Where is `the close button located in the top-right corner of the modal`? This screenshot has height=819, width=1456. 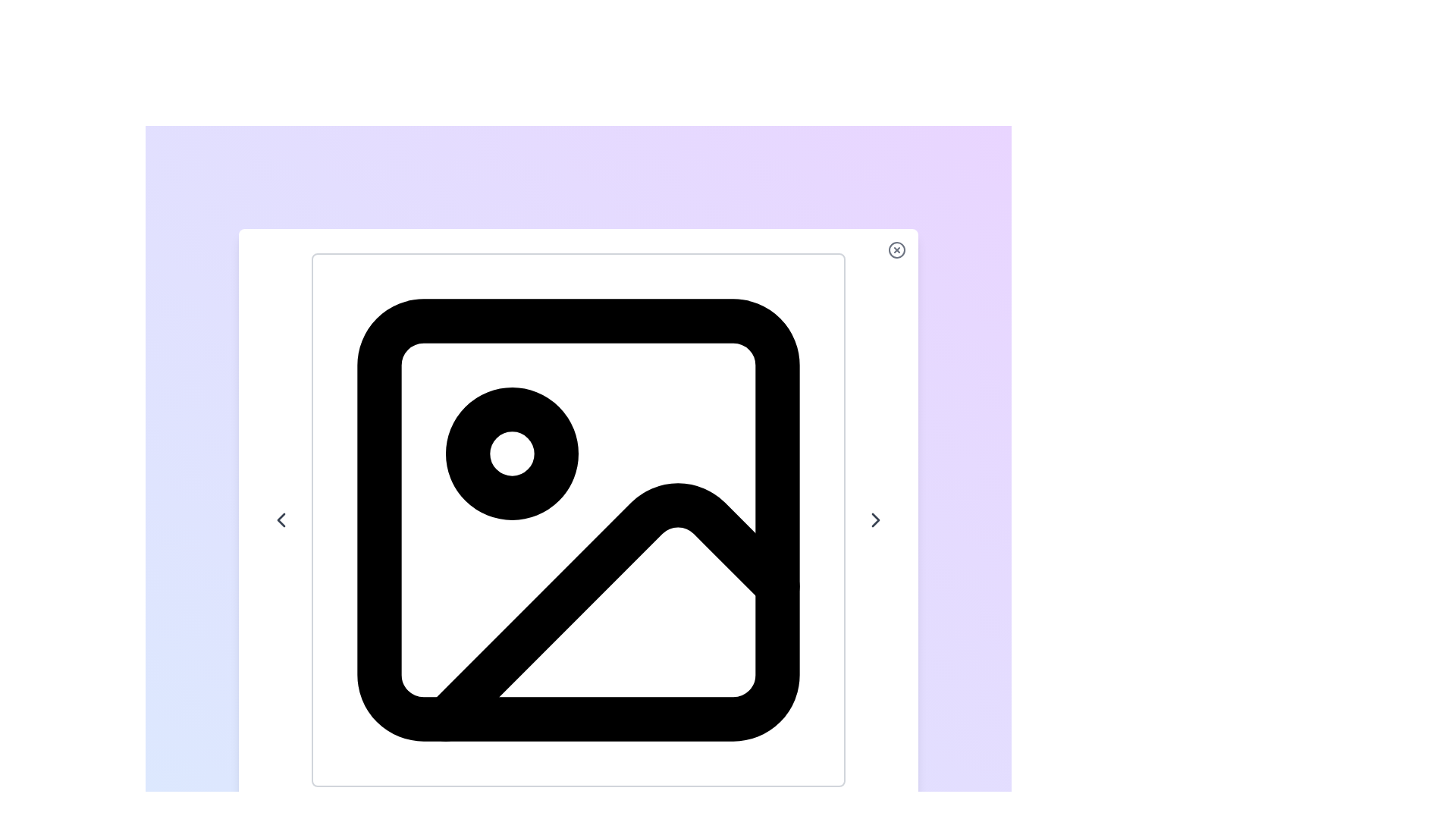
the close button located in the top-right corner of the modal is located at coordinates (896, 249).